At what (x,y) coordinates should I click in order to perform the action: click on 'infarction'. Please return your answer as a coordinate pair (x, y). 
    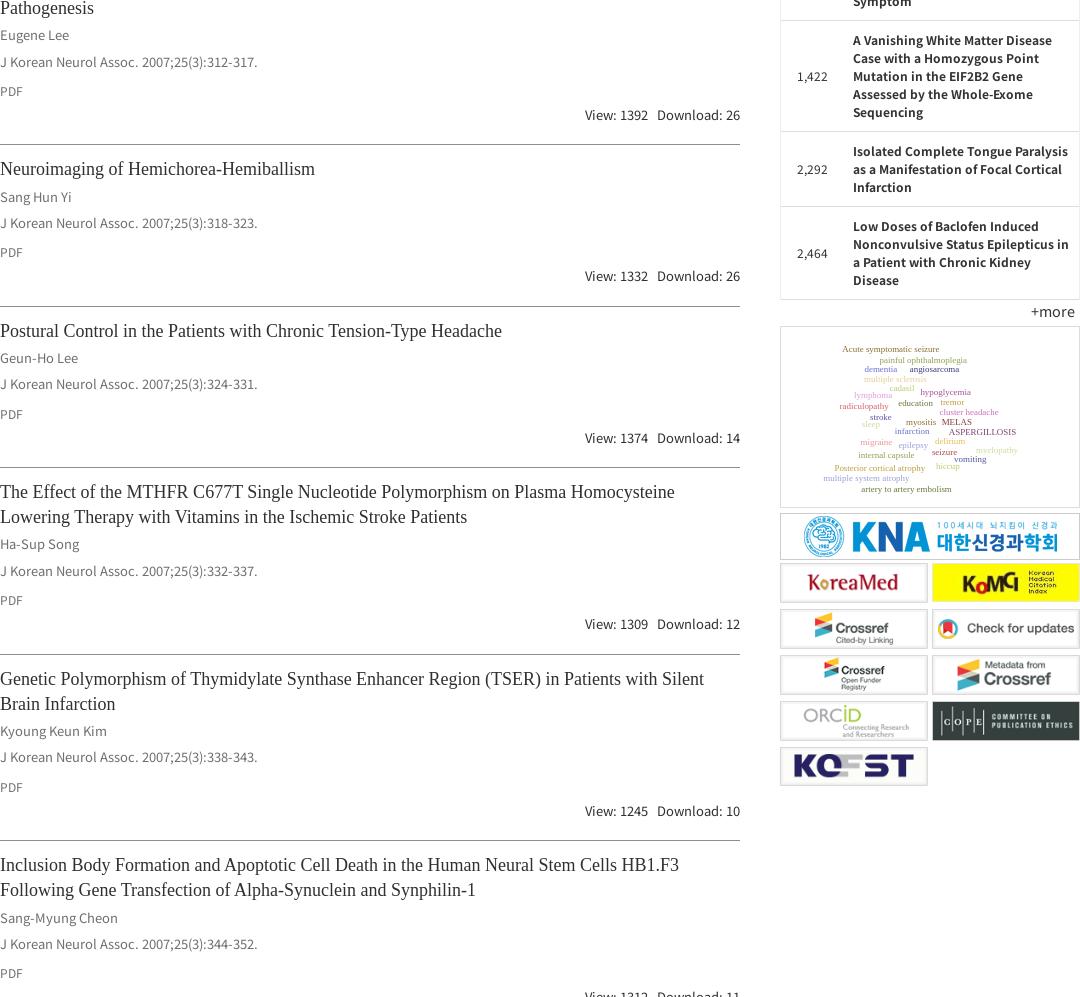
    Looking at the image, I should click on (979, 407).